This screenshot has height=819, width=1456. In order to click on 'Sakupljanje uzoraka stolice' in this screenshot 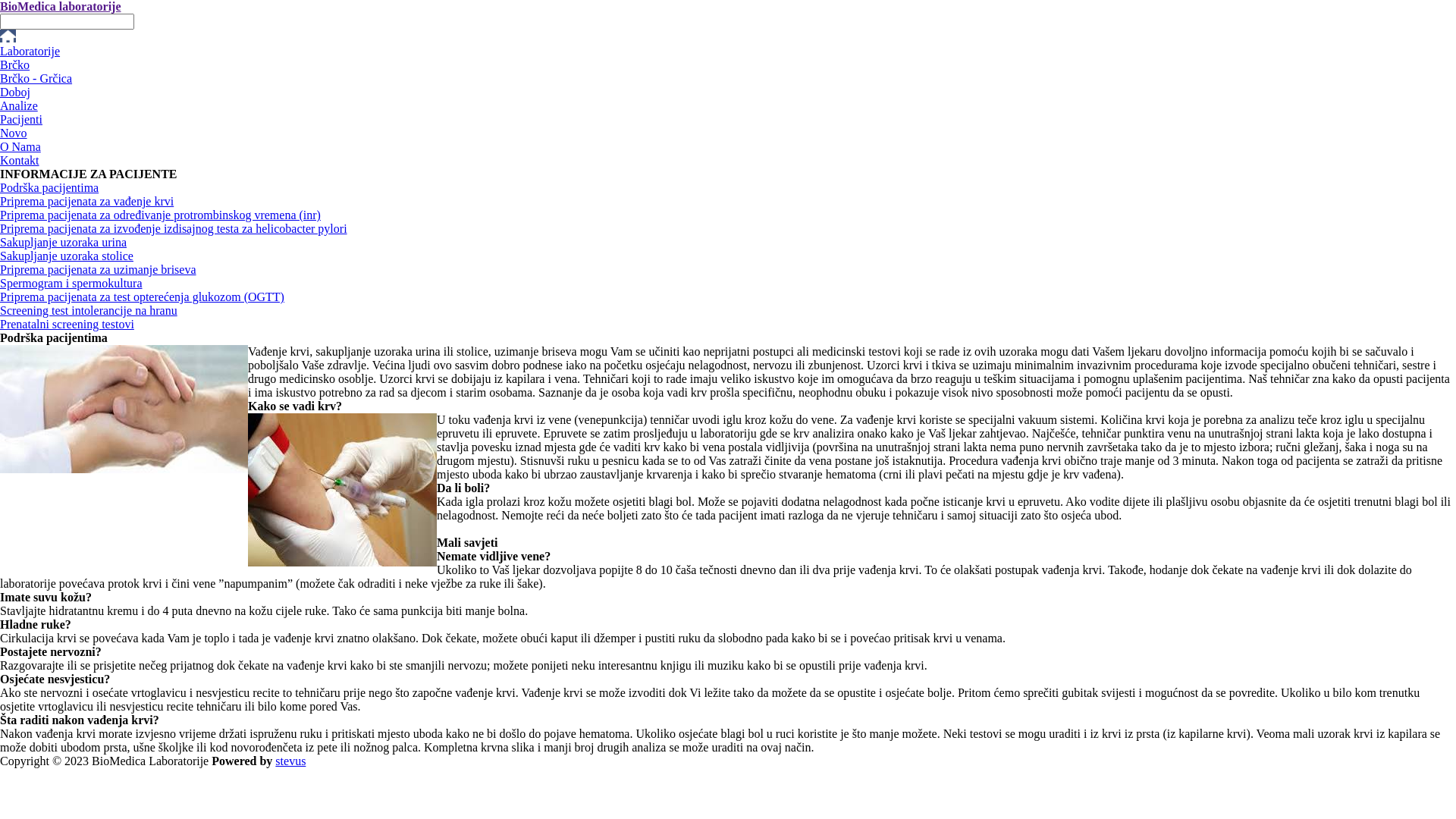, I will do `click(65, 255)`.